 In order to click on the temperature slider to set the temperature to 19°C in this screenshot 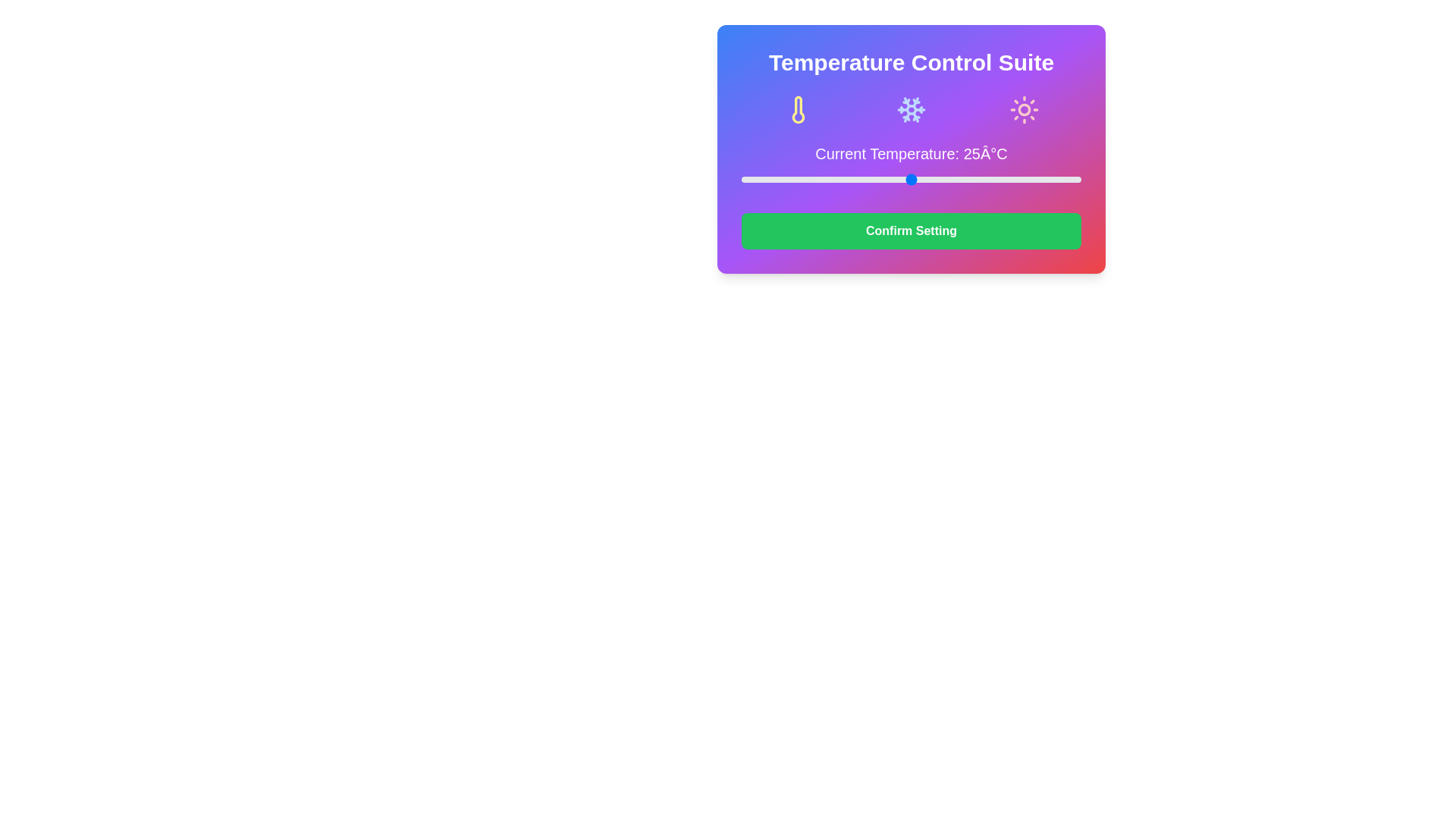, I will do `click(871, 178)`.